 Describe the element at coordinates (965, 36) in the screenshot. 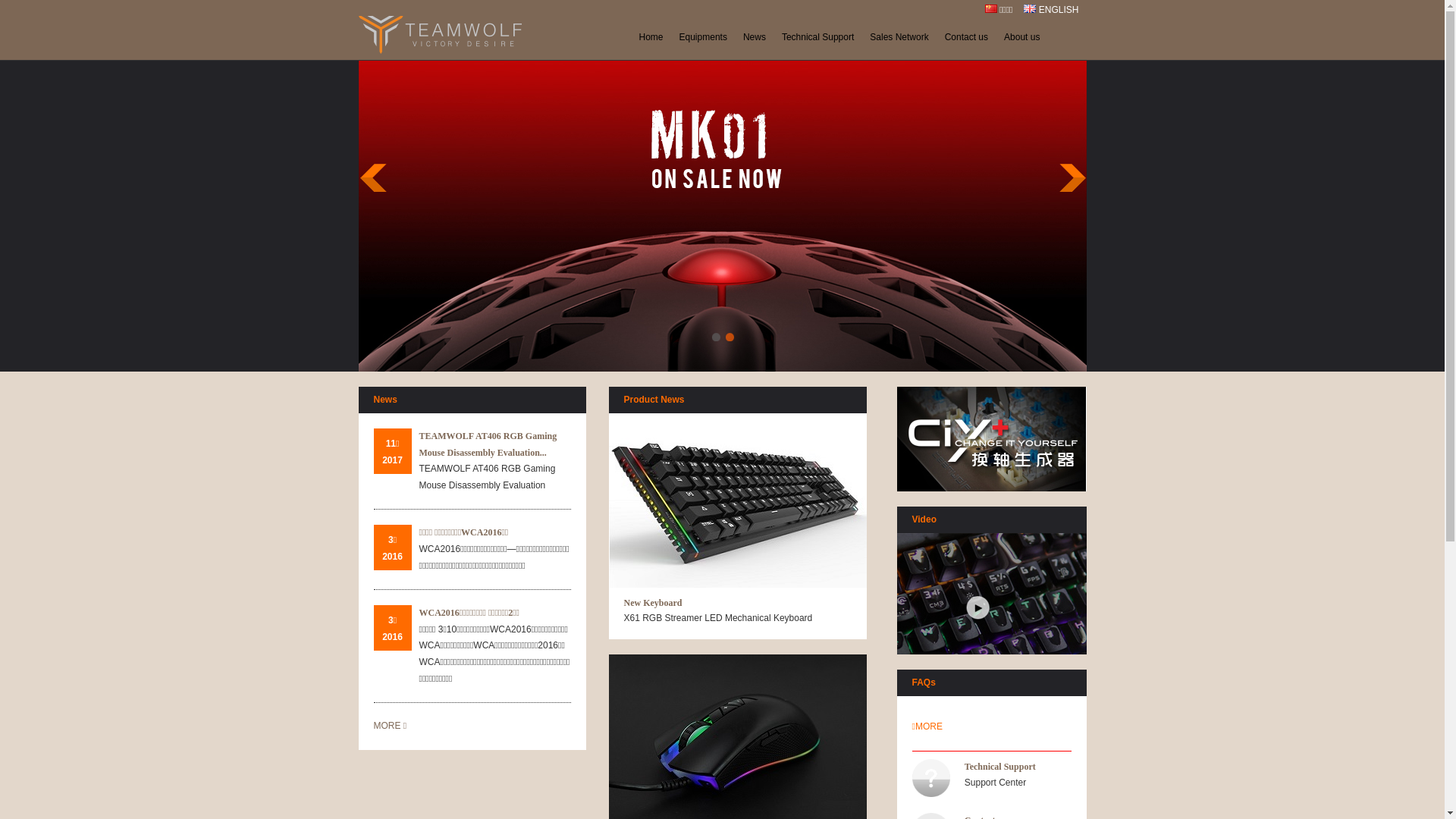

I see `'Contact us'` at that location.